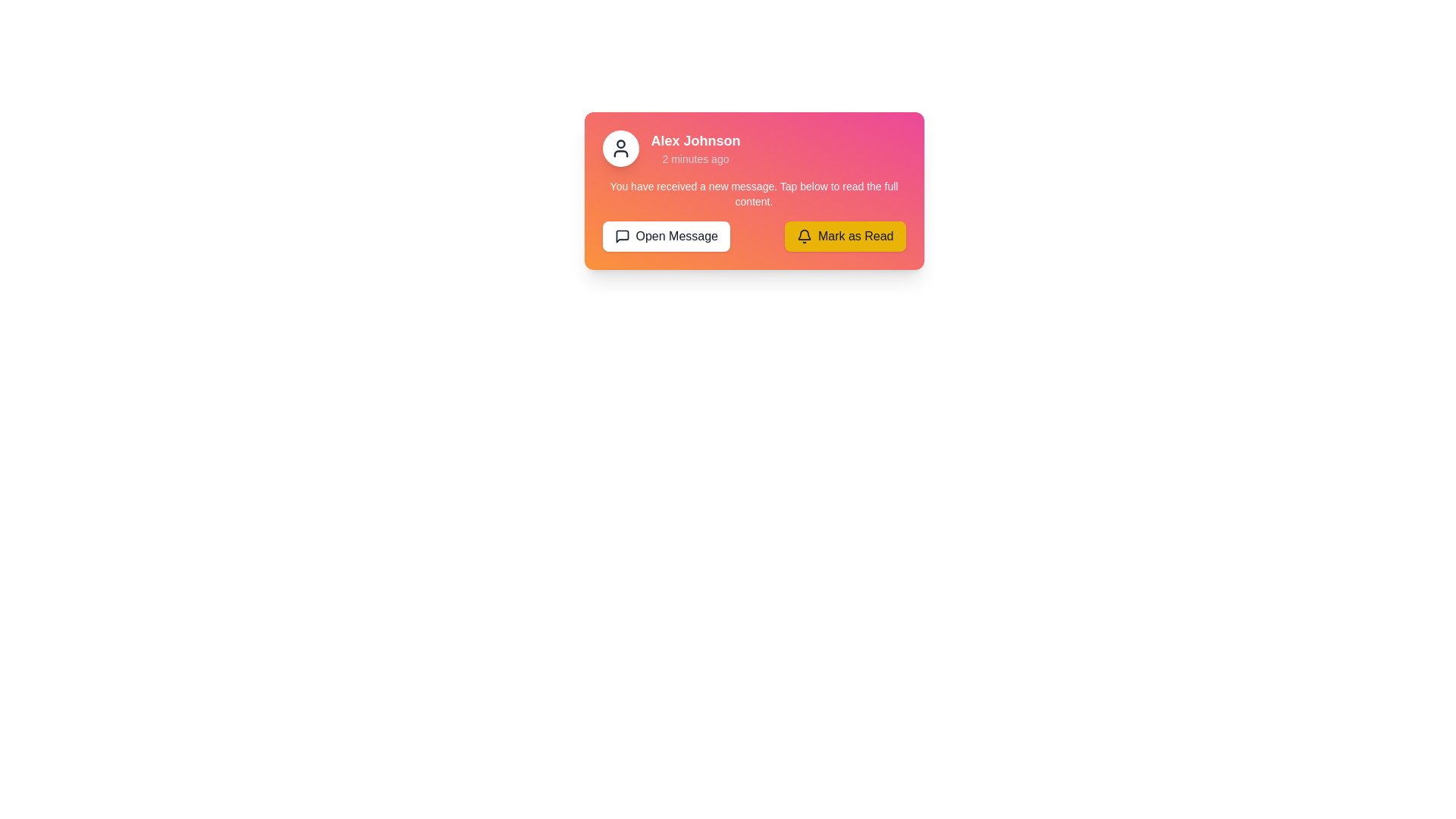 This screenshot has width=1456, height=819. I want to click on the button (Text and Icon) that opens the associated message, located on the left side of the 'Mark as Read' button at the lower section of the notification card, so click(676, 237).